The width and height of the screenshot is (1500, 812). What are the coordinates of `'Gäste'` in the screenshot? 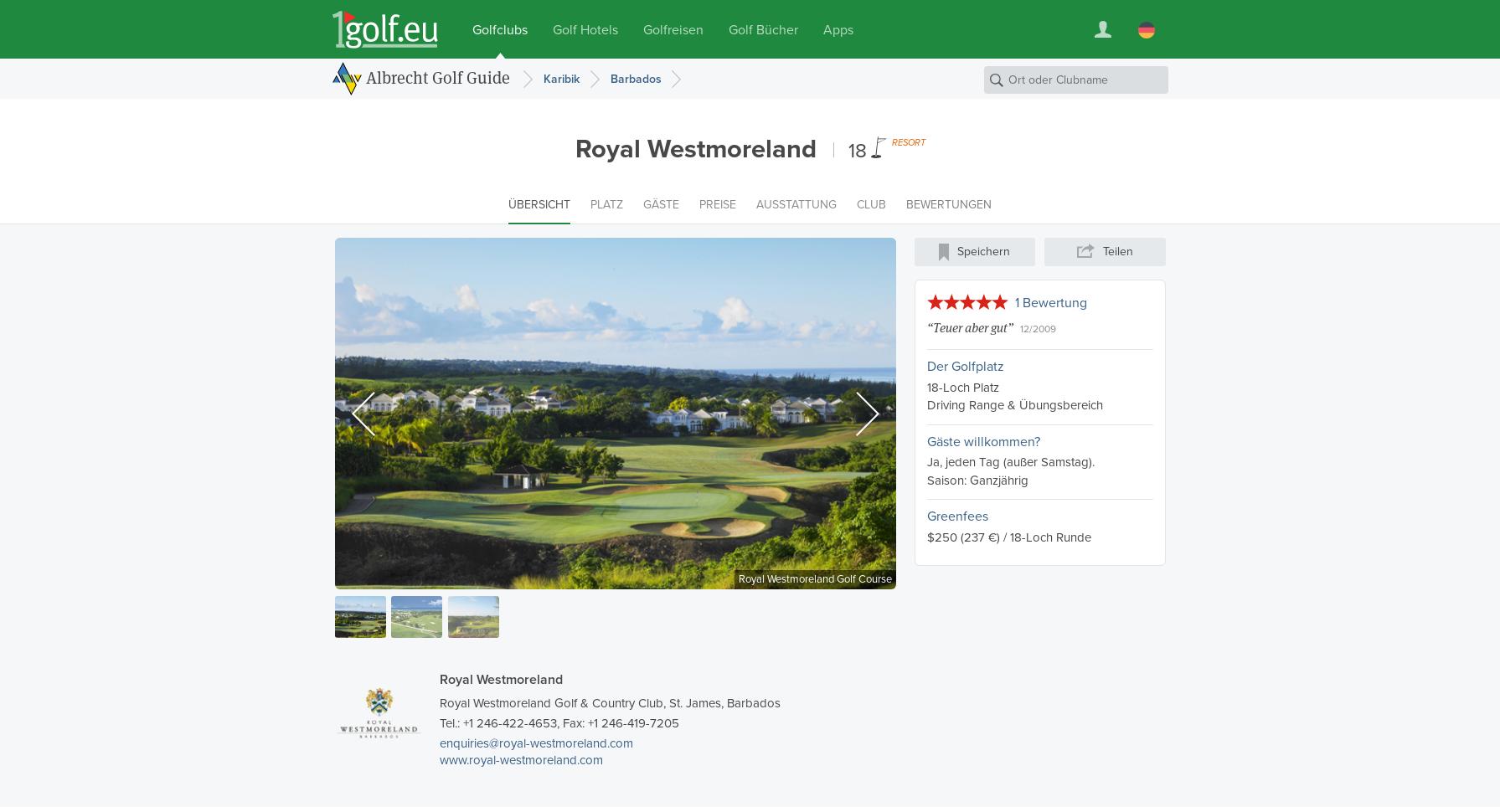 It's located at (661, 203).